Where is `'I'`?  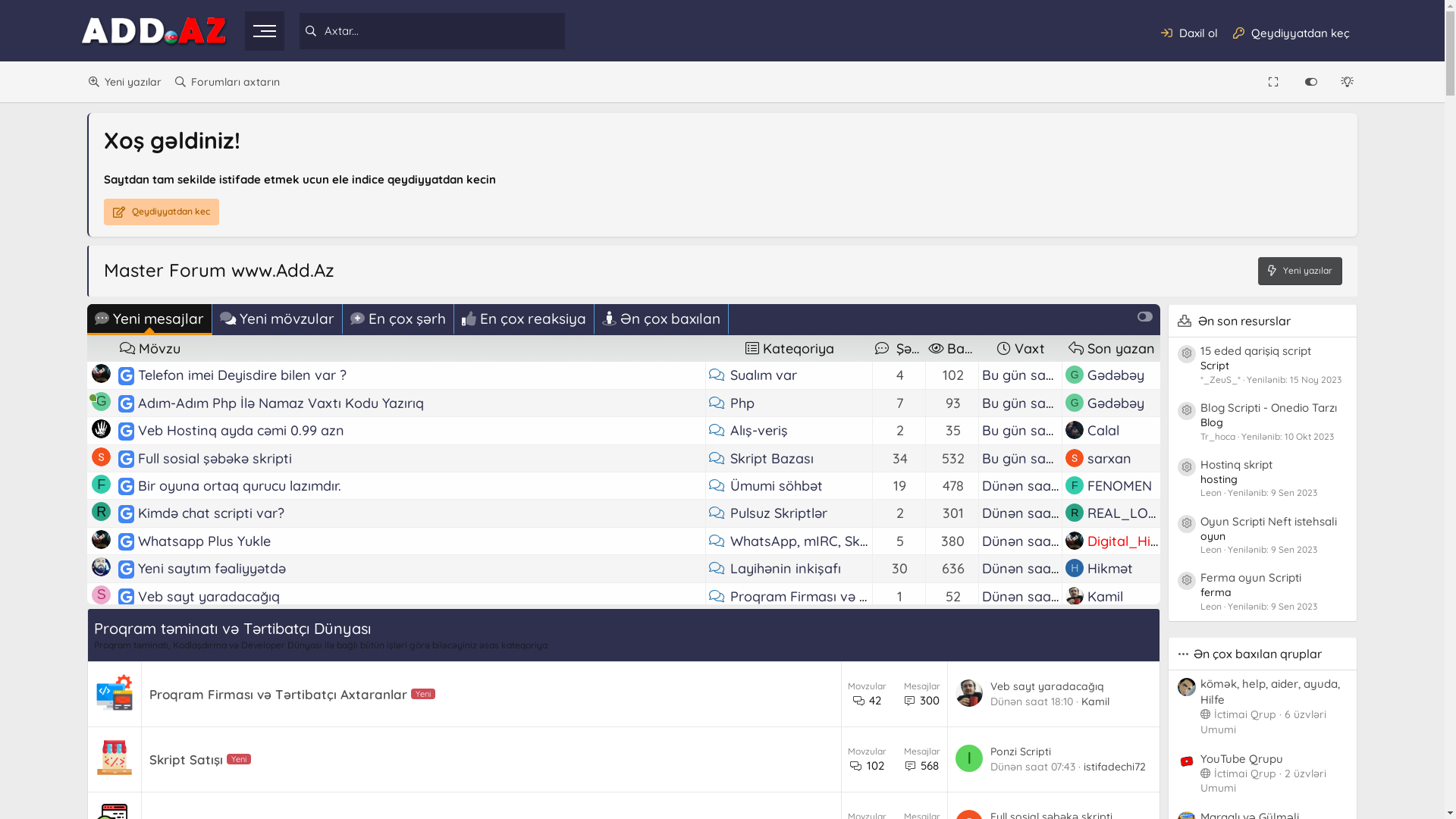 'I' is located at coordinates (968, 758).